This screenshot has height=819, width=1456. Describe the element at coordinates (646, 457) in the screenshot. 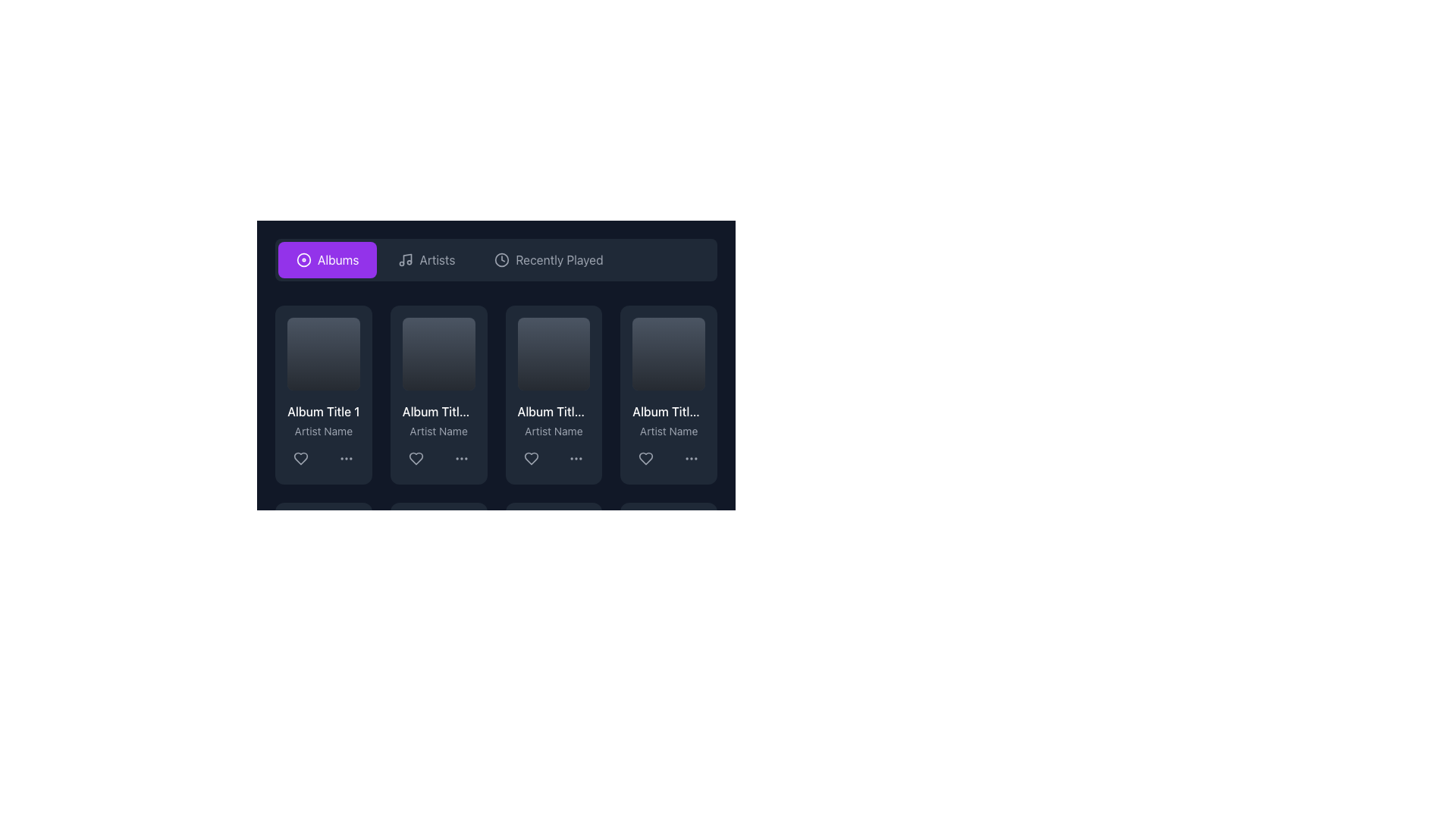

I see `the heart icon located in the fourth album card from the left to indicate preference or like` at that location.